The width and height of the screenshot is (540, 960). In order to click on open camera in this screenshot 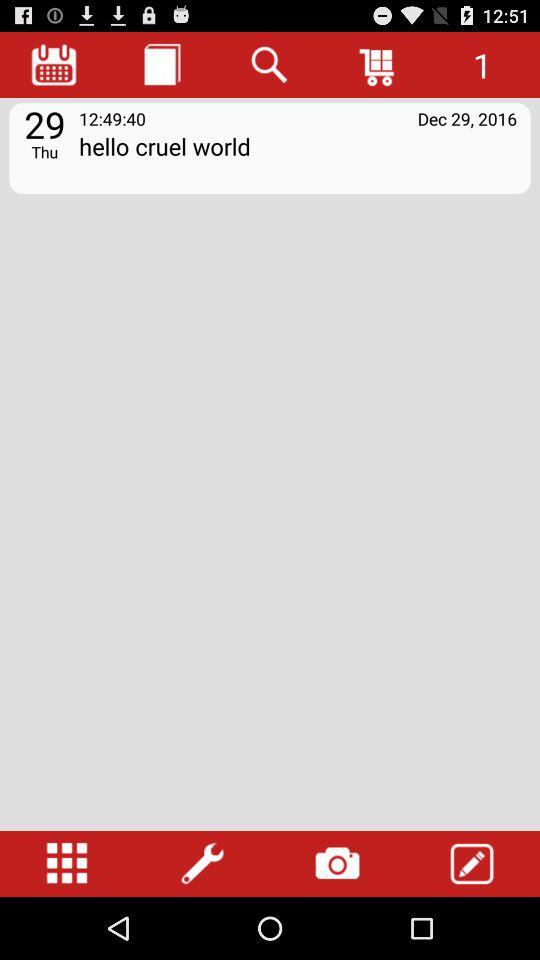, I will do `click(337, 863)`.